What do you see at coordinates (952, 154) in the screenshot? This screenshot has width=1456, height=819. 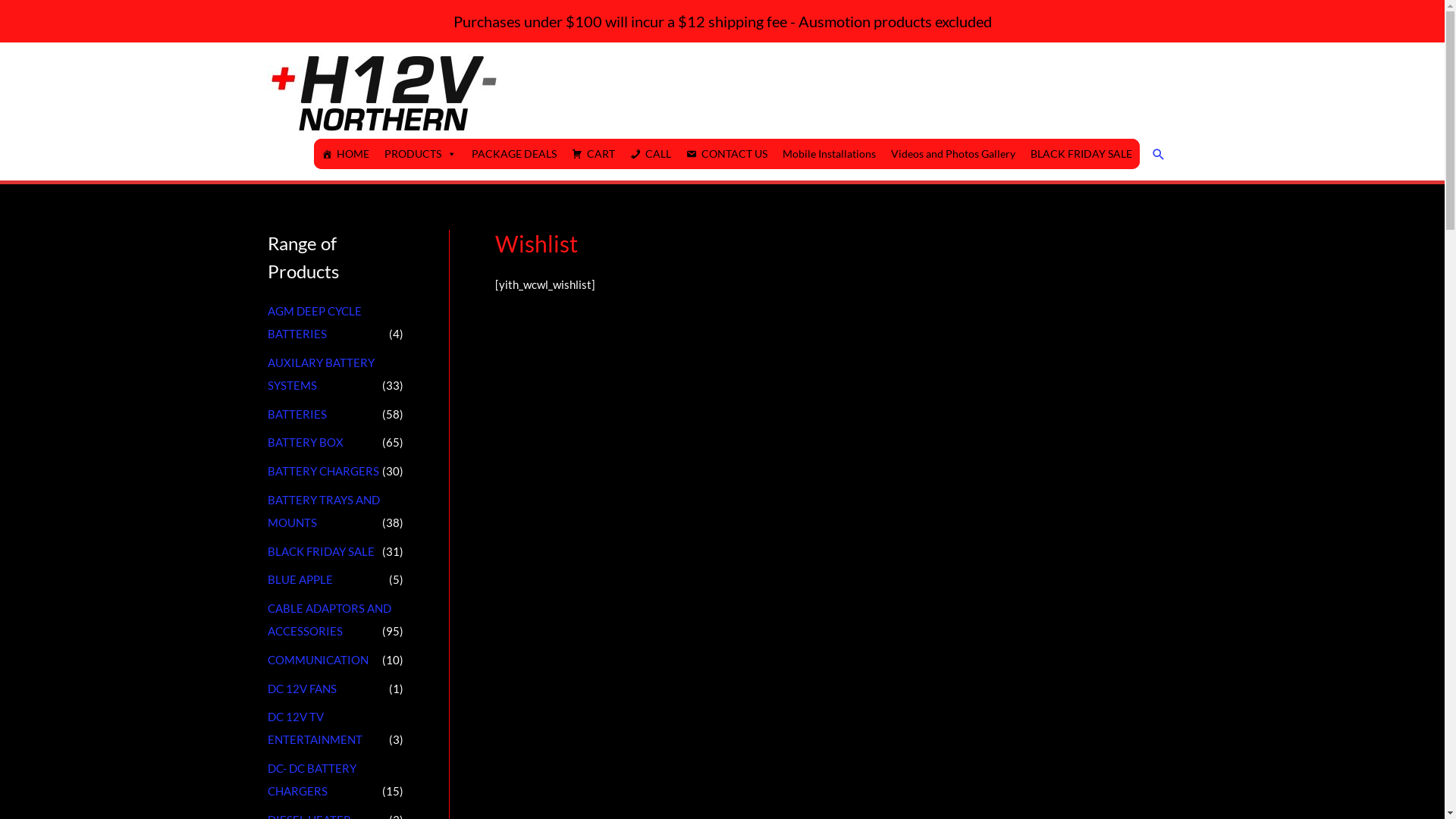 I see `'Videos and Photos Gallery'` at bounding box center [952, 154].